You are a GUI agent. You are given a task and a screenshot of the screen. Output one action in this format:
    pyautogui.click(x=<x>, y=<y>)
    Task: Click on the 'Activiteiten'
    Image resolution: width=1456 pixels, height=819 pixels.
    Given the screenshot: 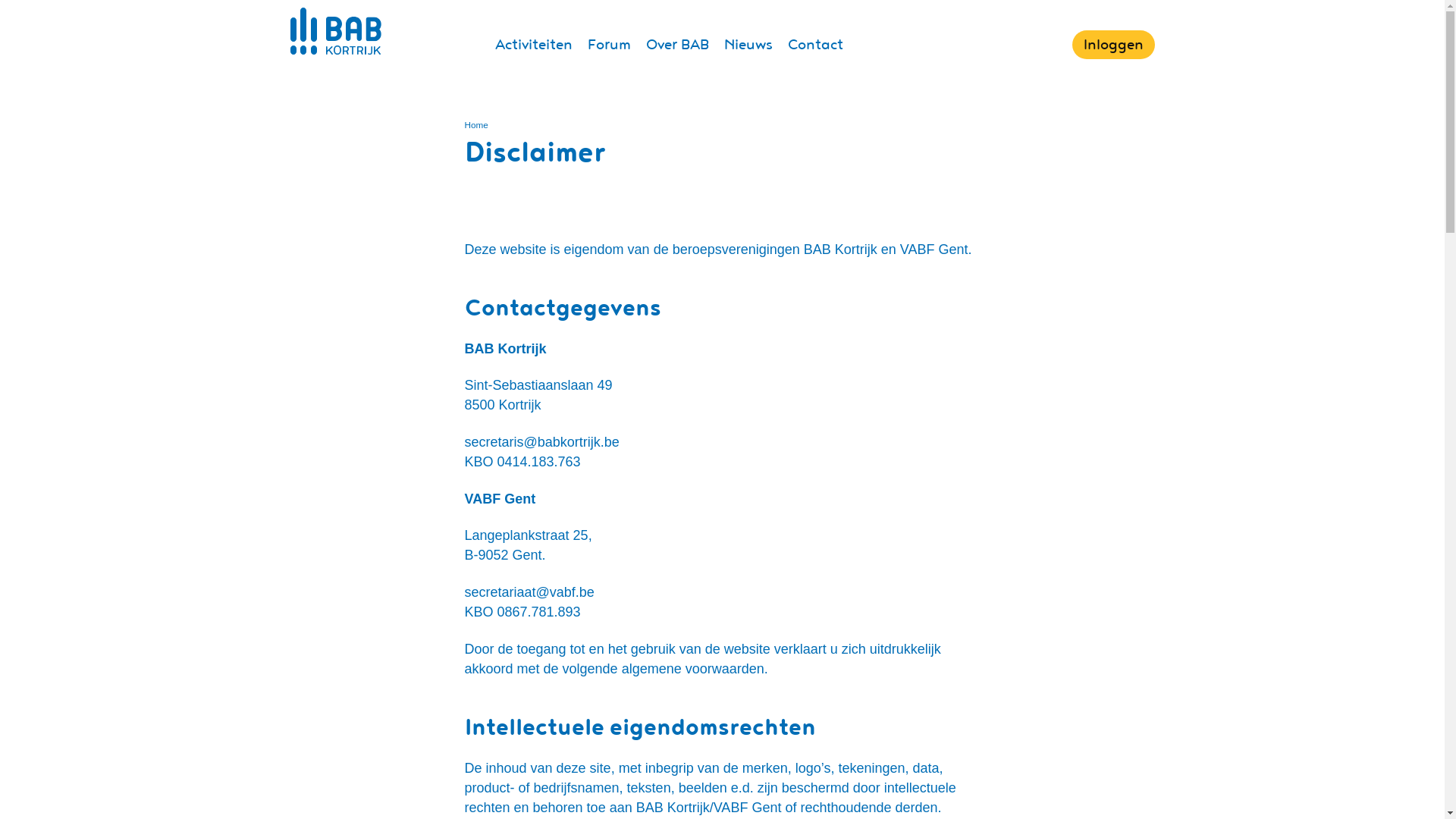 What is the action you would take?
    pyautogui.click(x=532, y=43)
    